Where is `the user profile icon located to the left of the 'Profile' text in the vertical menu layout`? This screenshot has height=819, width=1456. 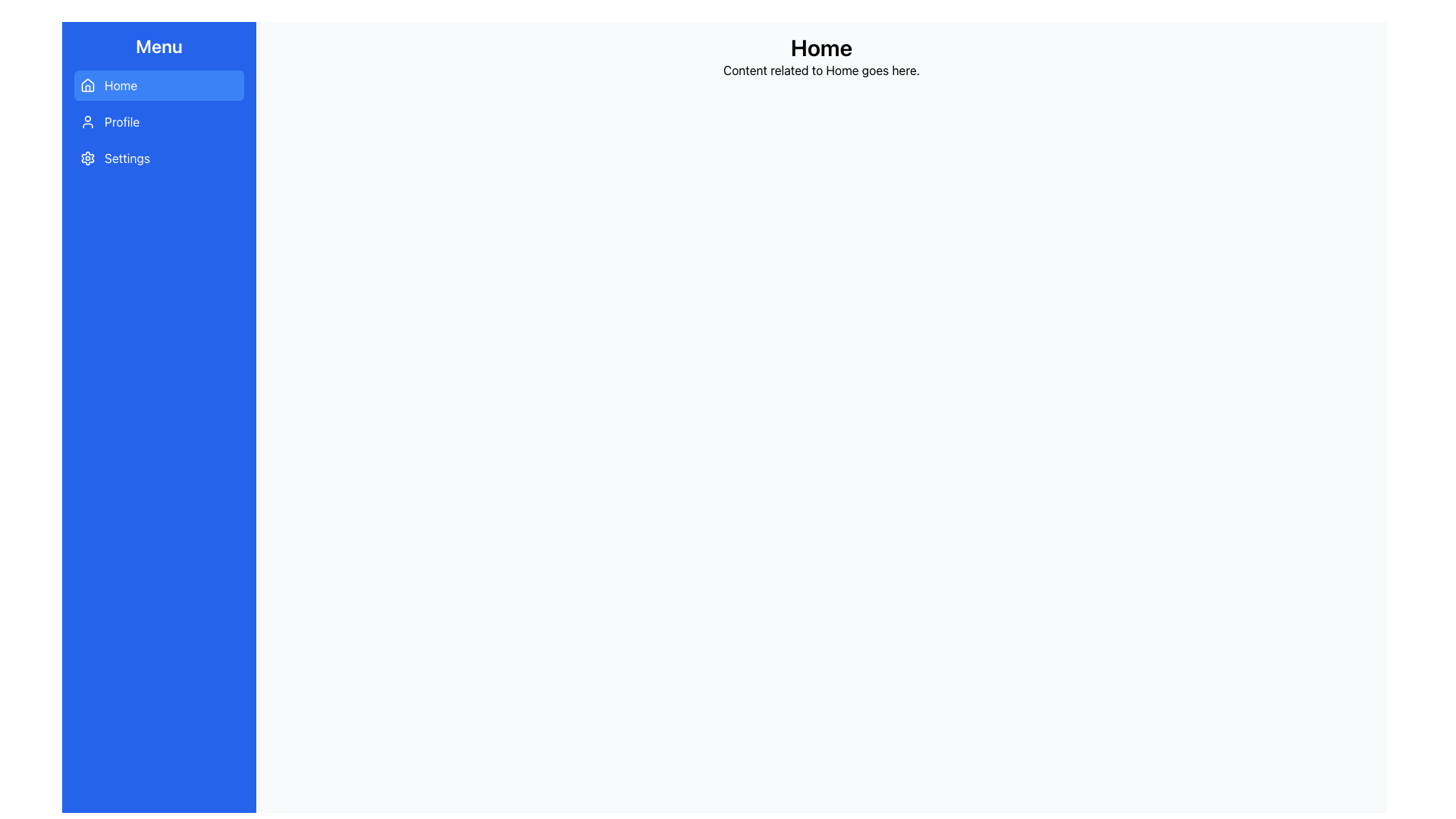 the user profile icon located to the left of the 'Profile' text in the vertical menu layout is located at coordinates (86, 121).